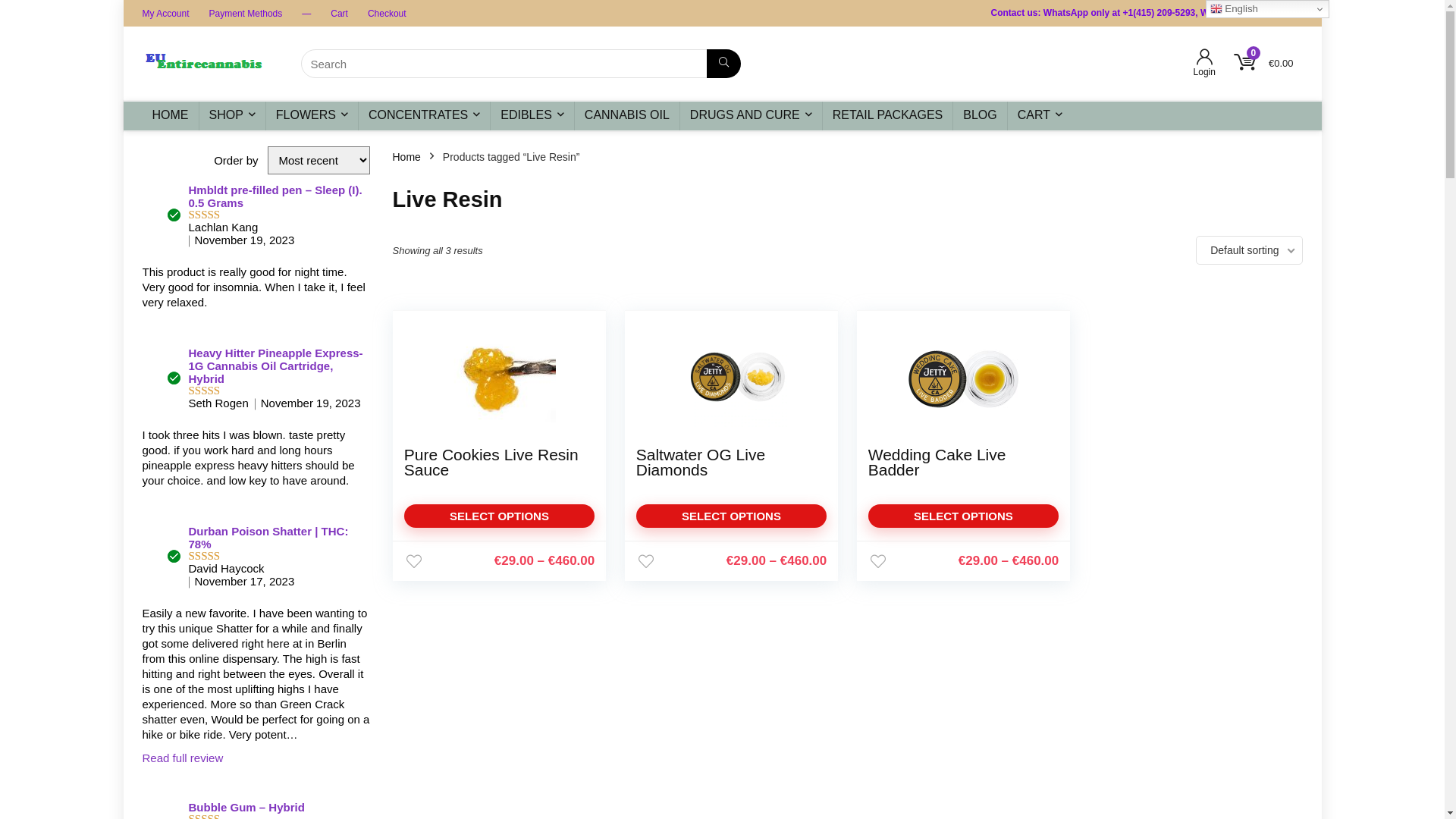  What do you see at coordinates (393, 157) in the screenshot?
I see `'Home'` at bounding box center [393, 157].